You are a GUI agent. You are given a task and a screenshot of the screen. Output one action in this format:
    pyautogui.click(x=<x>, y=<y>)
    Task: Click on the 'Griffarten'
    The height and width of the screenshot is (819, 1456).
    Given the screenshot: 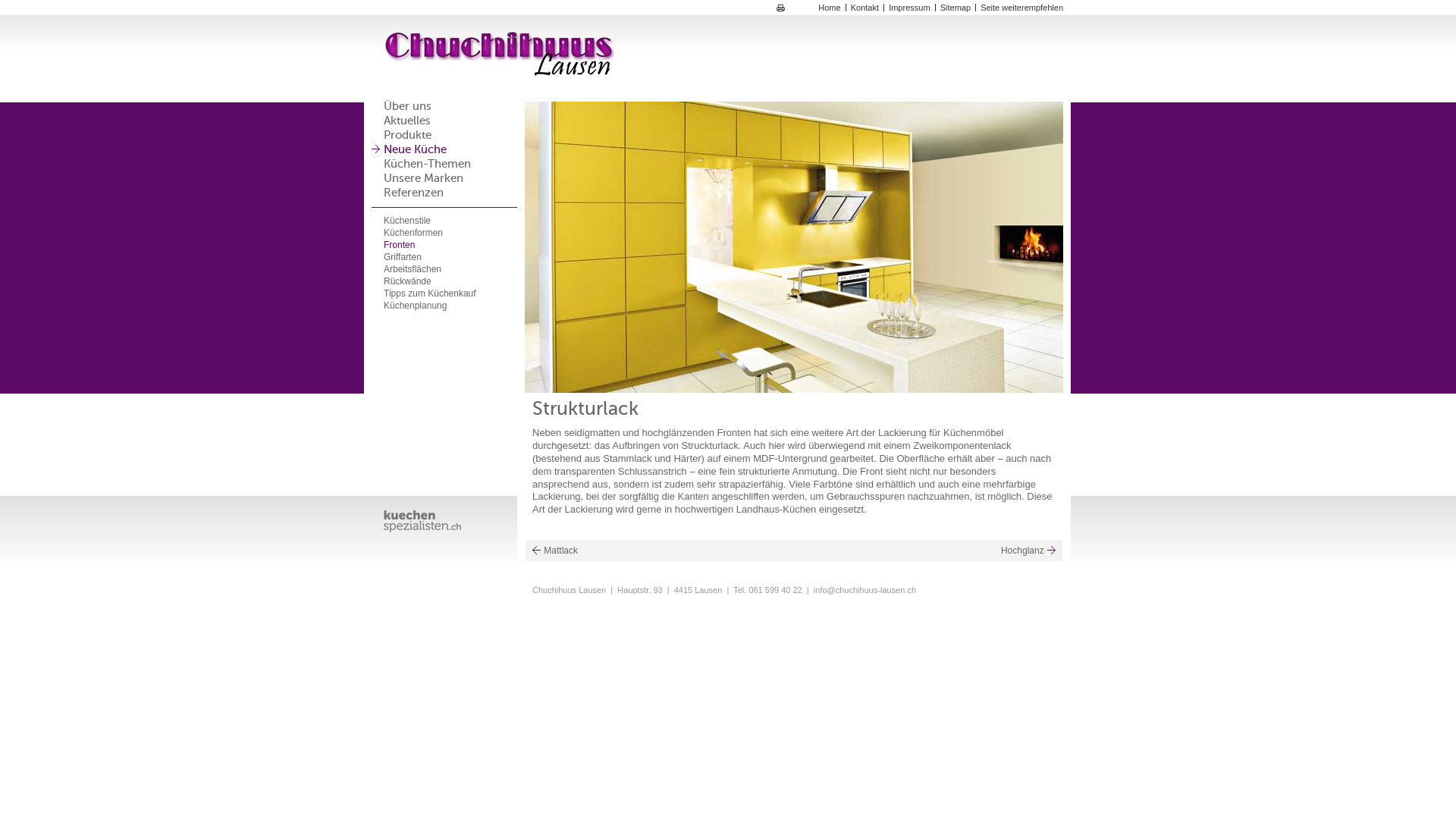 What is the action you would take?
    pyautogui.click(x=383, y=256)
    